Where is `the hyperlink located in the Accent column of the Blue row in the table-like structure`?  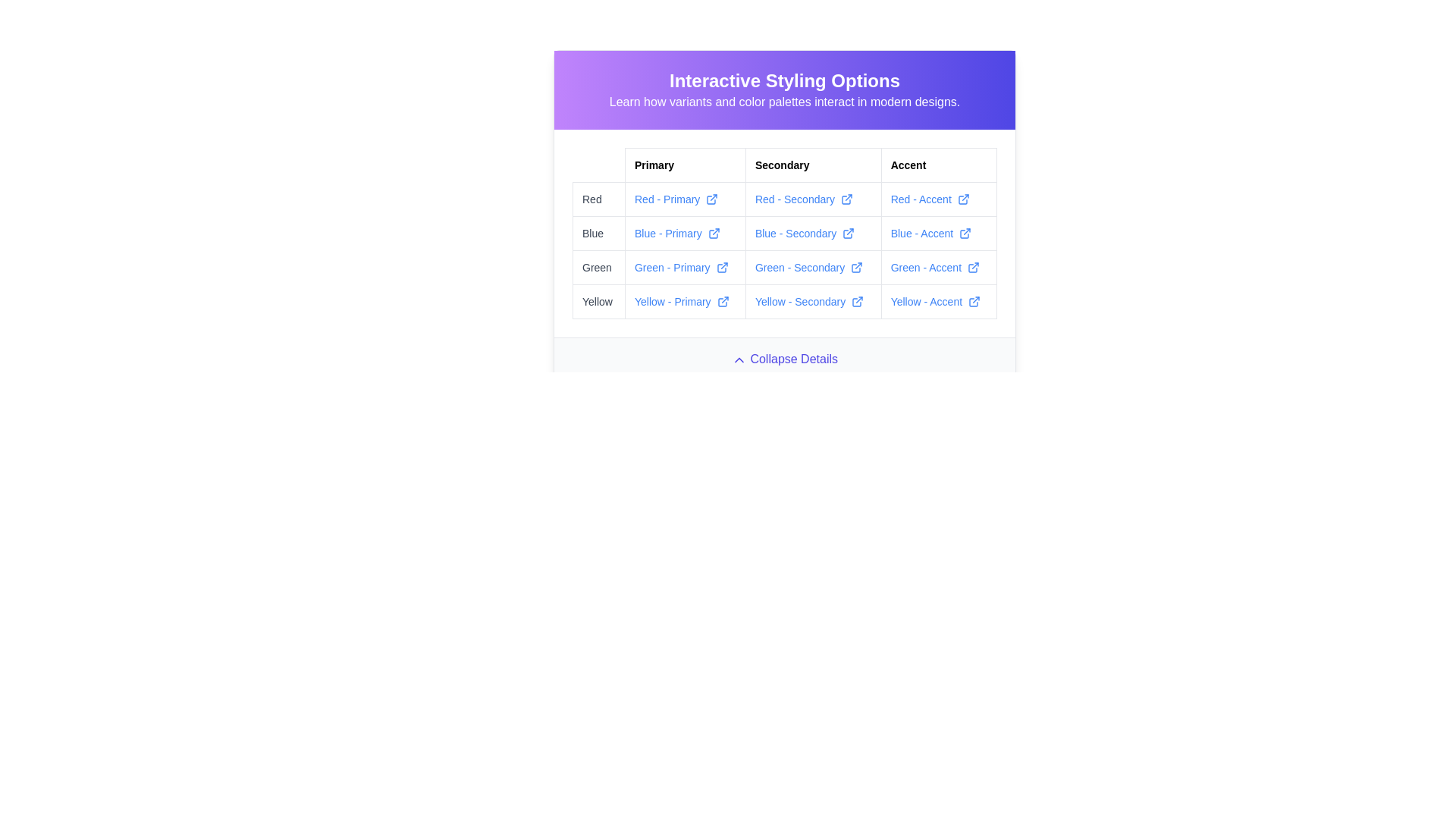 the hyperlink located in the Accent column of the Blue row in the table-like structure is located at coordinates (930, 234).